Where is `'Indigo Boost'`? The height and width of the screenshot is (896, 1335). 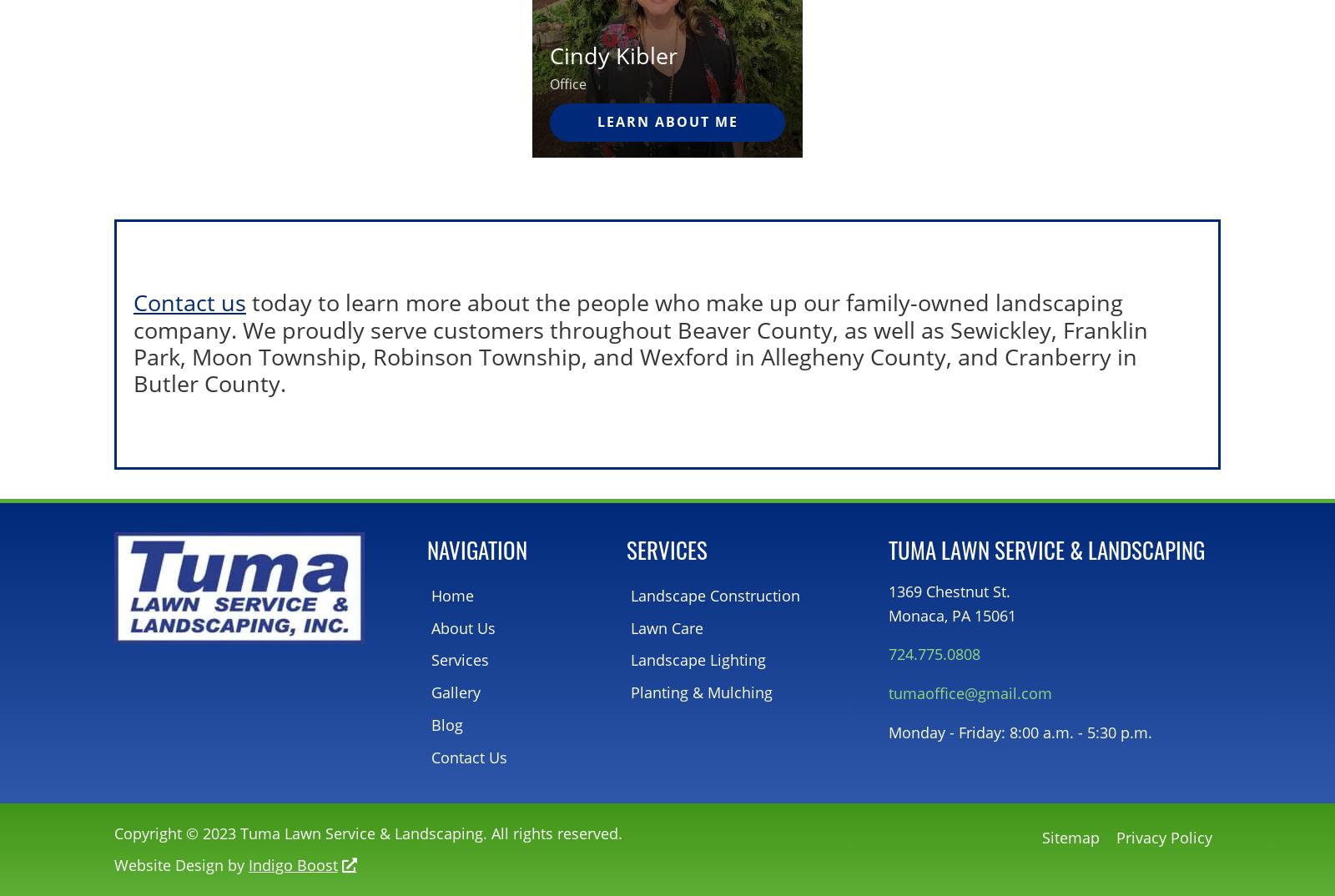
'Indigo Boost' is located at coordinates (293, 864).